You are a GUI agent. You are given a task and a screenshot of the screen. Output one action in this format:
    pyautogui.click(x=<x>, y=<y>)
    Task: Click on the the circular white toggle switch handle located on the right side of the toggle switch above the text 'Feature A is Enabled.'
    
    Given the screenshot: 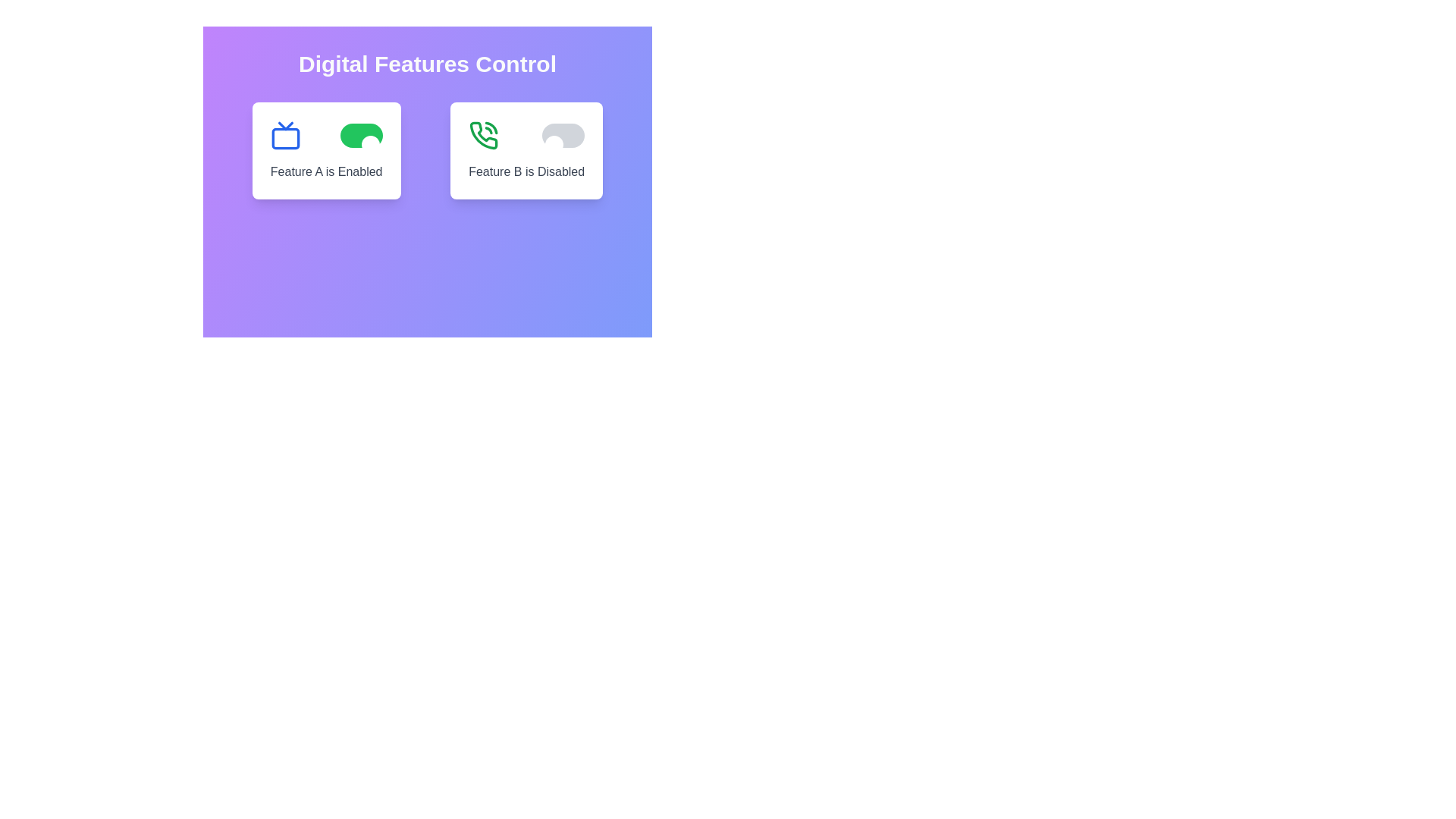 What is the action you would take?
    pyautogui.click(x=370, y=145)
    